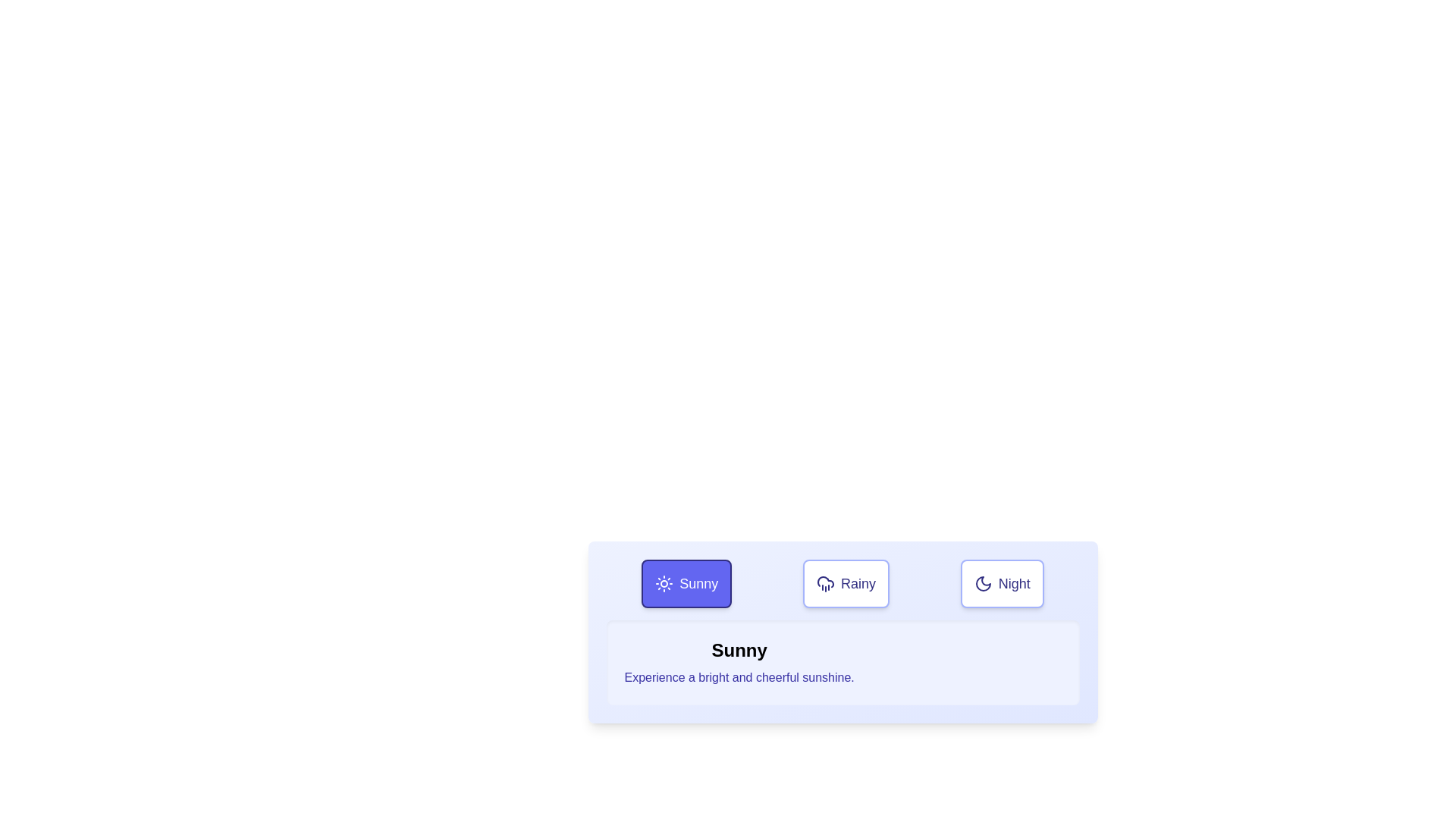  Describe the element at coordinates (664, 583) in the screenshot. I see `the sun icon which is styled with a circular disk and radiating lines, located within the leftmost button labeled 'Sunny' in a row of three buttons` at that location.